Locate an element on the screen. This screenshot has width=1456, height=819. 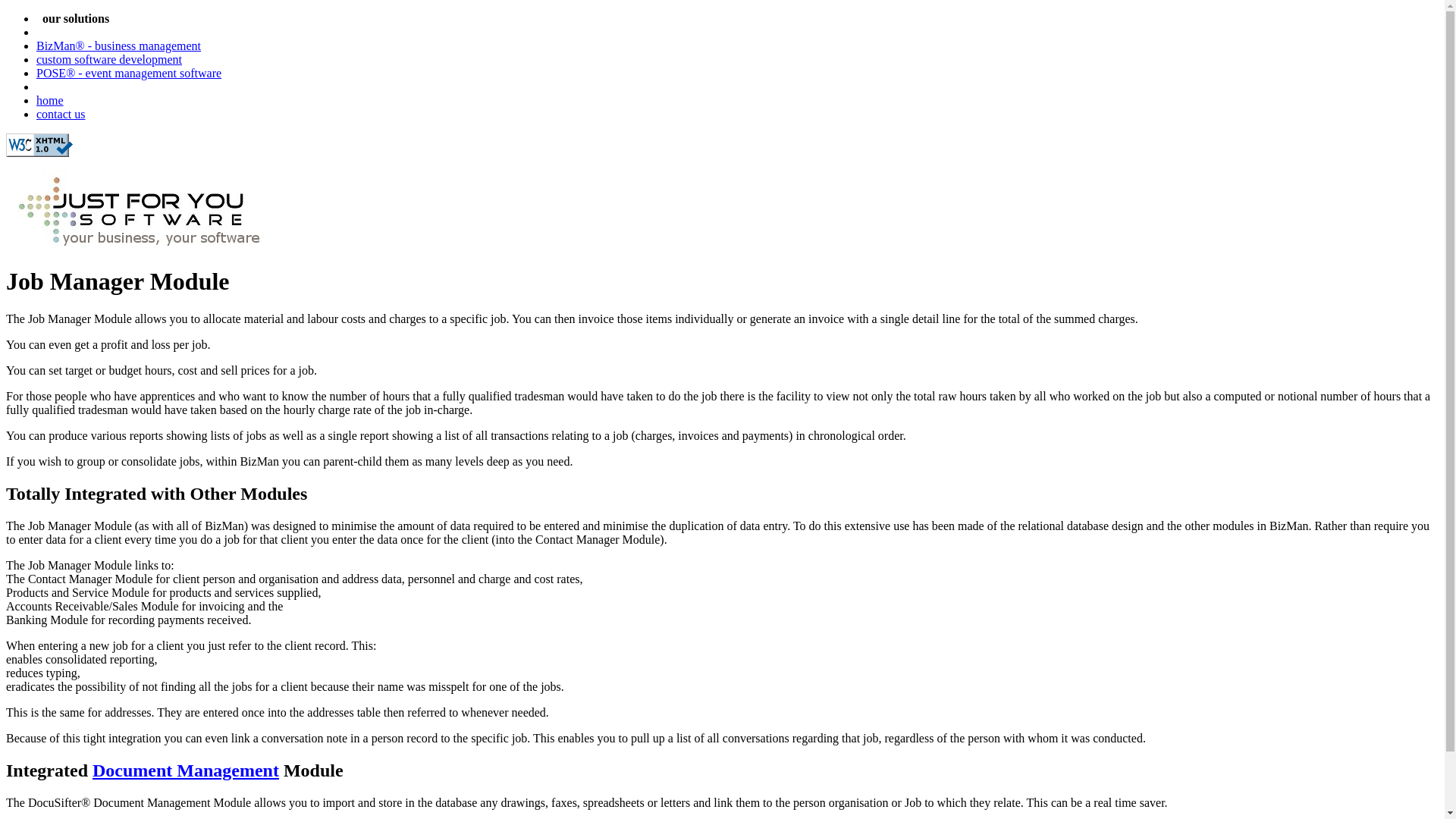
'custom software development' is located at coordinates (108, 58).